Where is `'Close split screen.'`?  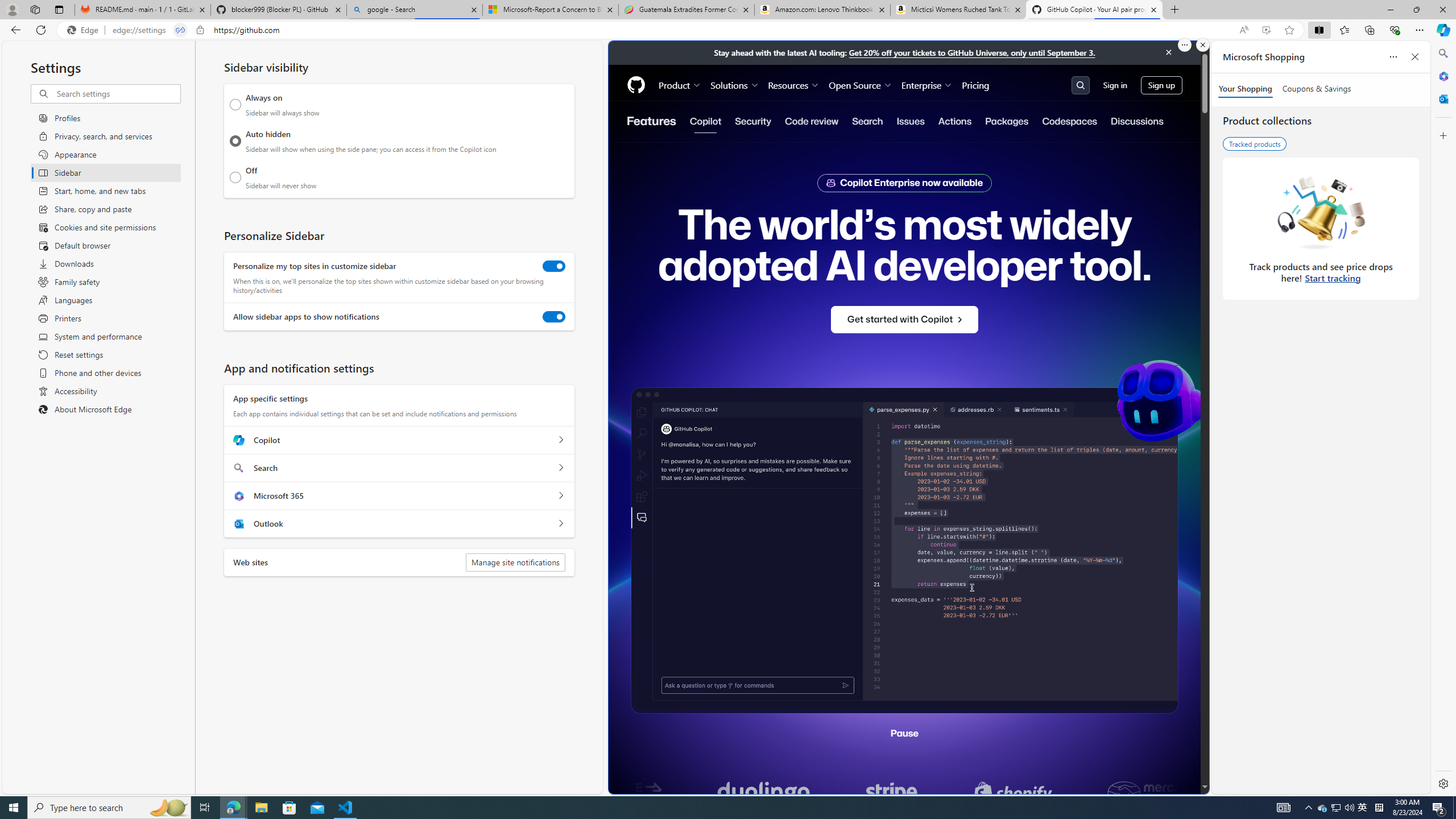
'Close split screen.' is located at coordinates (1202, 44).